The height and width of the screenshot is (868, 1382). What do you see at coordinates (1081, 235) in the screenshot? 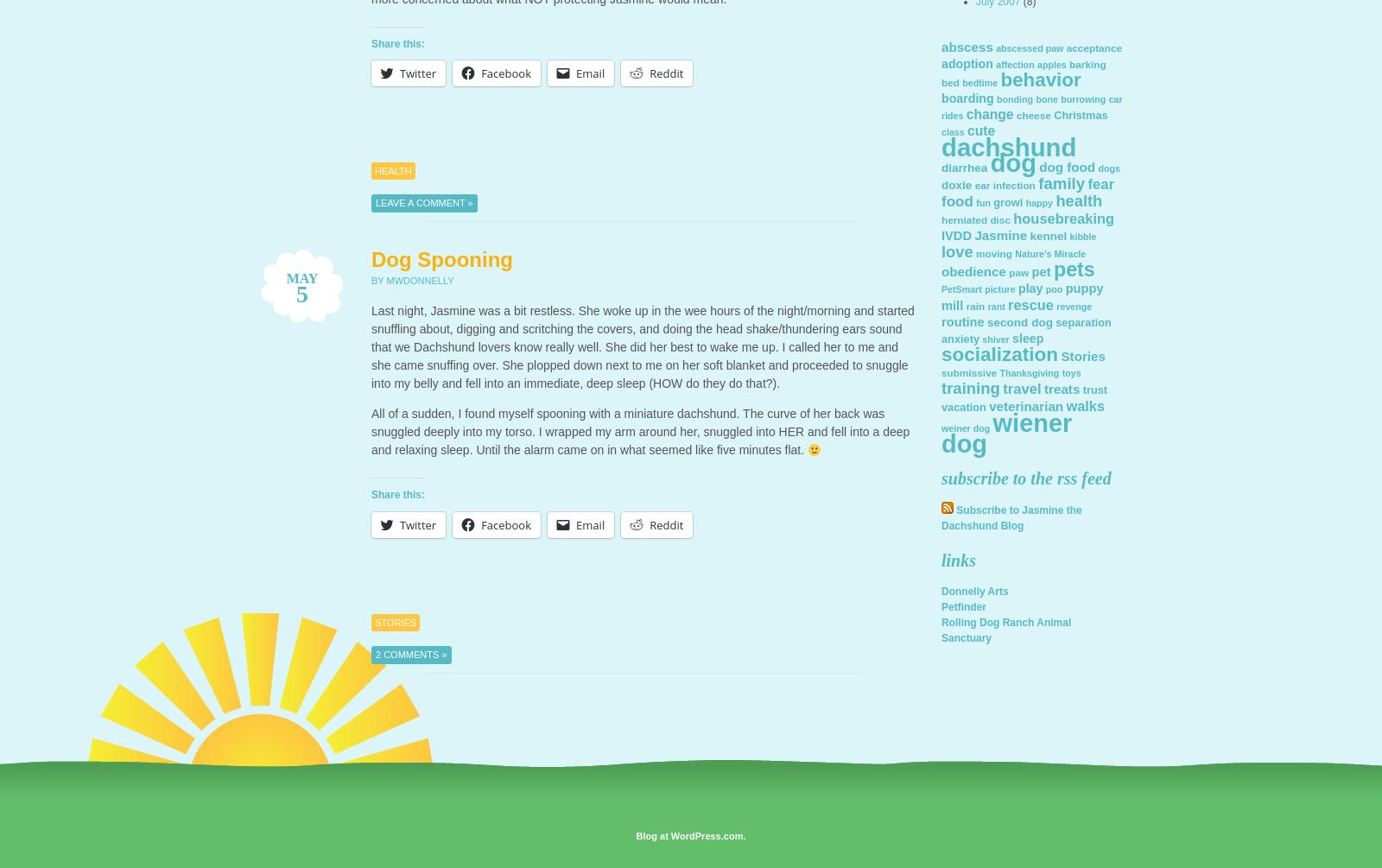
I see `'kibble'` at bounding box center [1081, 235].